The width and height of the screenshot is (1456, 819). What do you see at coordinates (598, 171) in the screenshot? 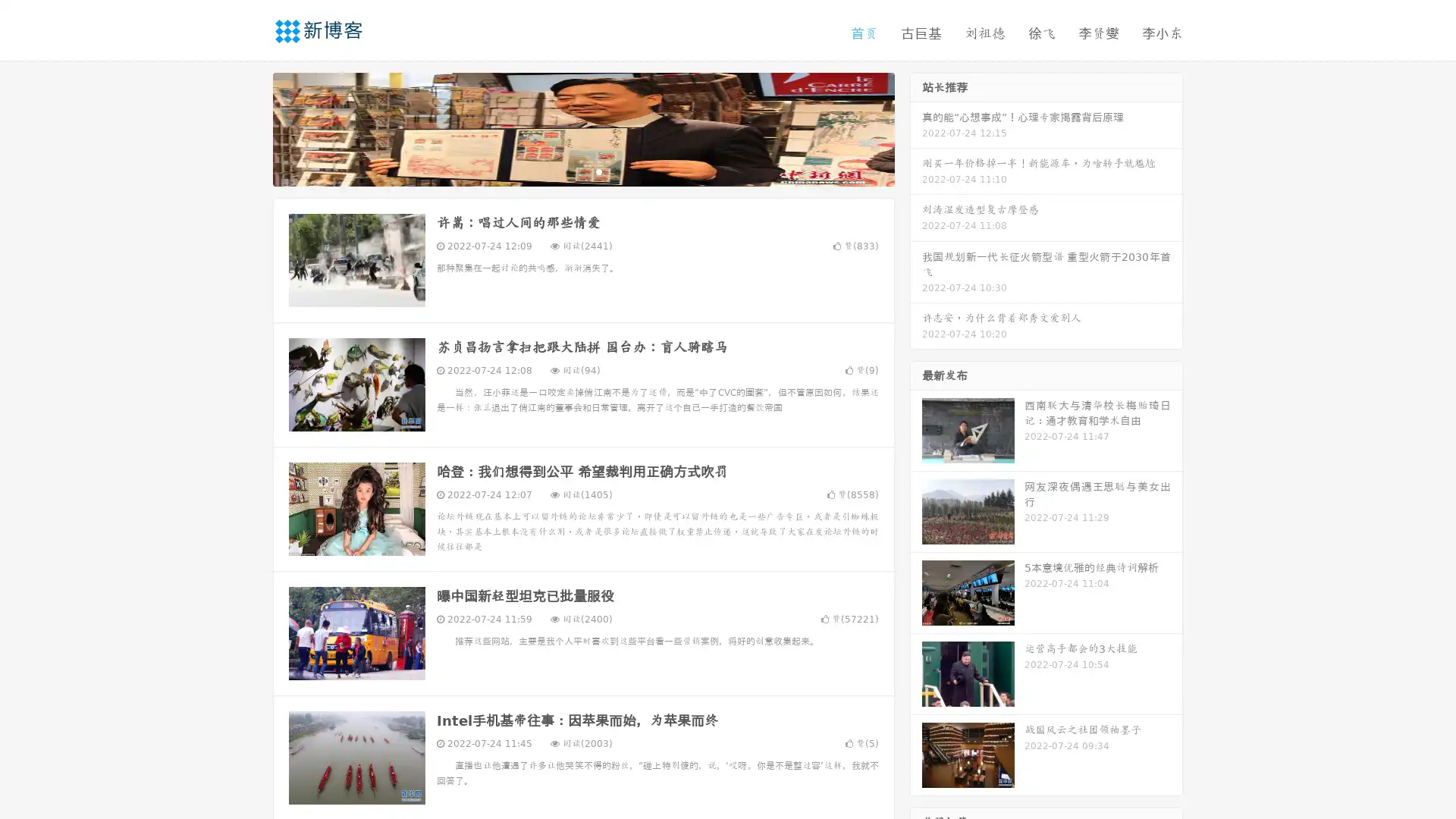
I see `Go to slide 3` at bounding box center [598, 171].